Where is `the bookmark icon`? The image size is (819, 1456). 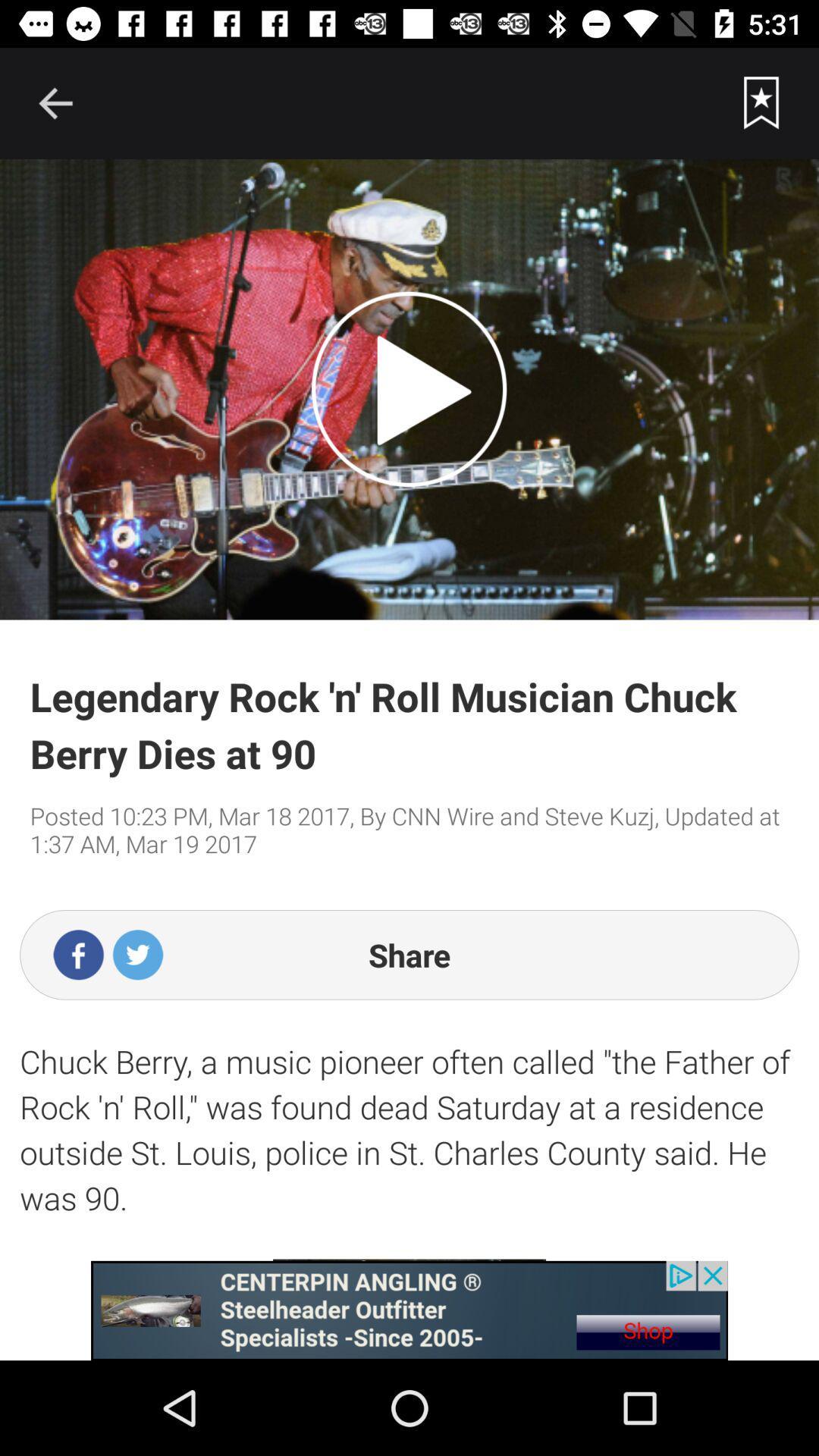
the bookmark icon is located at coordinates (761, 102).